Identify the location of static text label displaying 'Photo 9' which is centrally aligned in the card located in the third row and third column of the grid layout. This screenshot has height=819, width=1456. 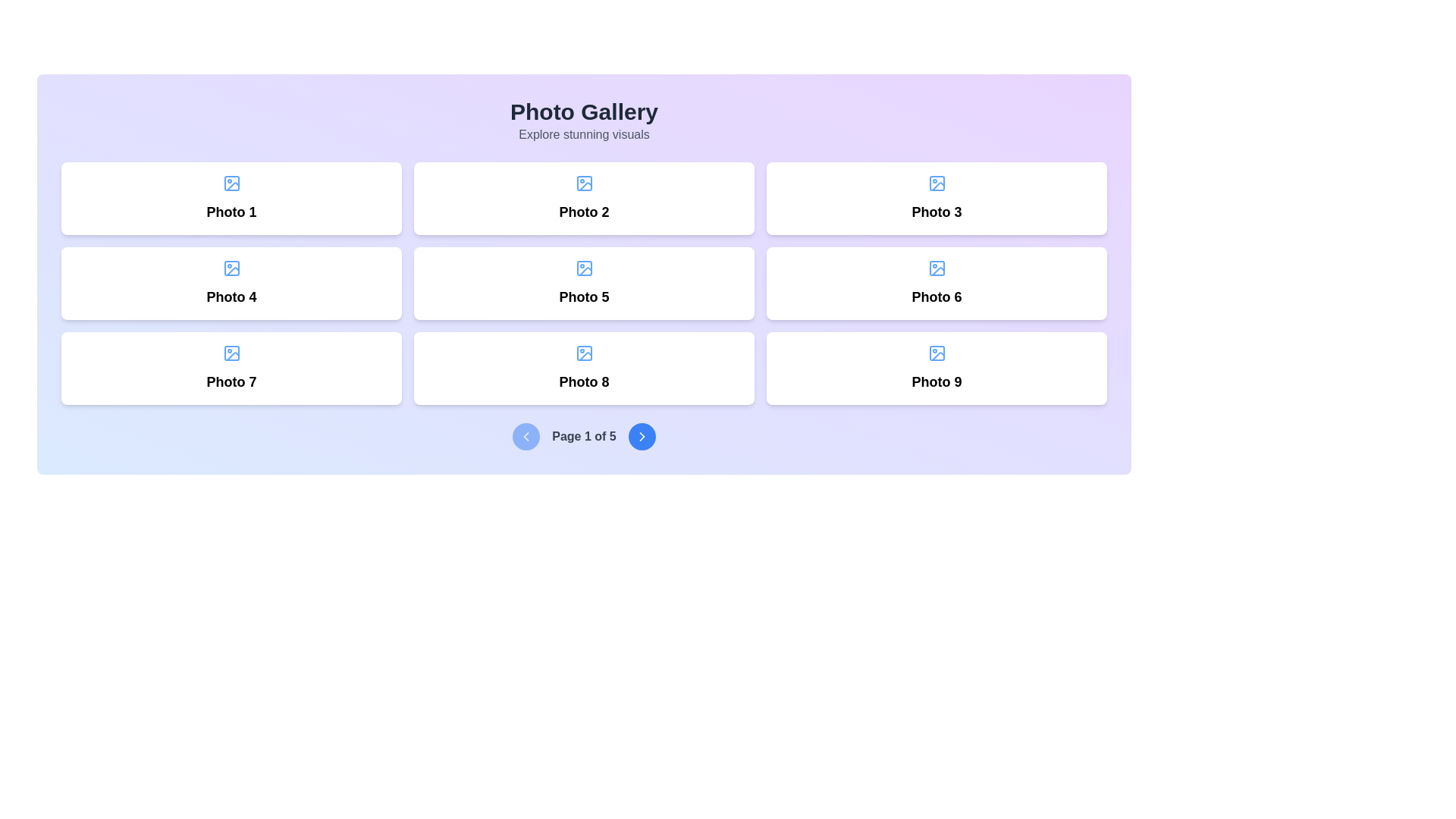
(936, 381).